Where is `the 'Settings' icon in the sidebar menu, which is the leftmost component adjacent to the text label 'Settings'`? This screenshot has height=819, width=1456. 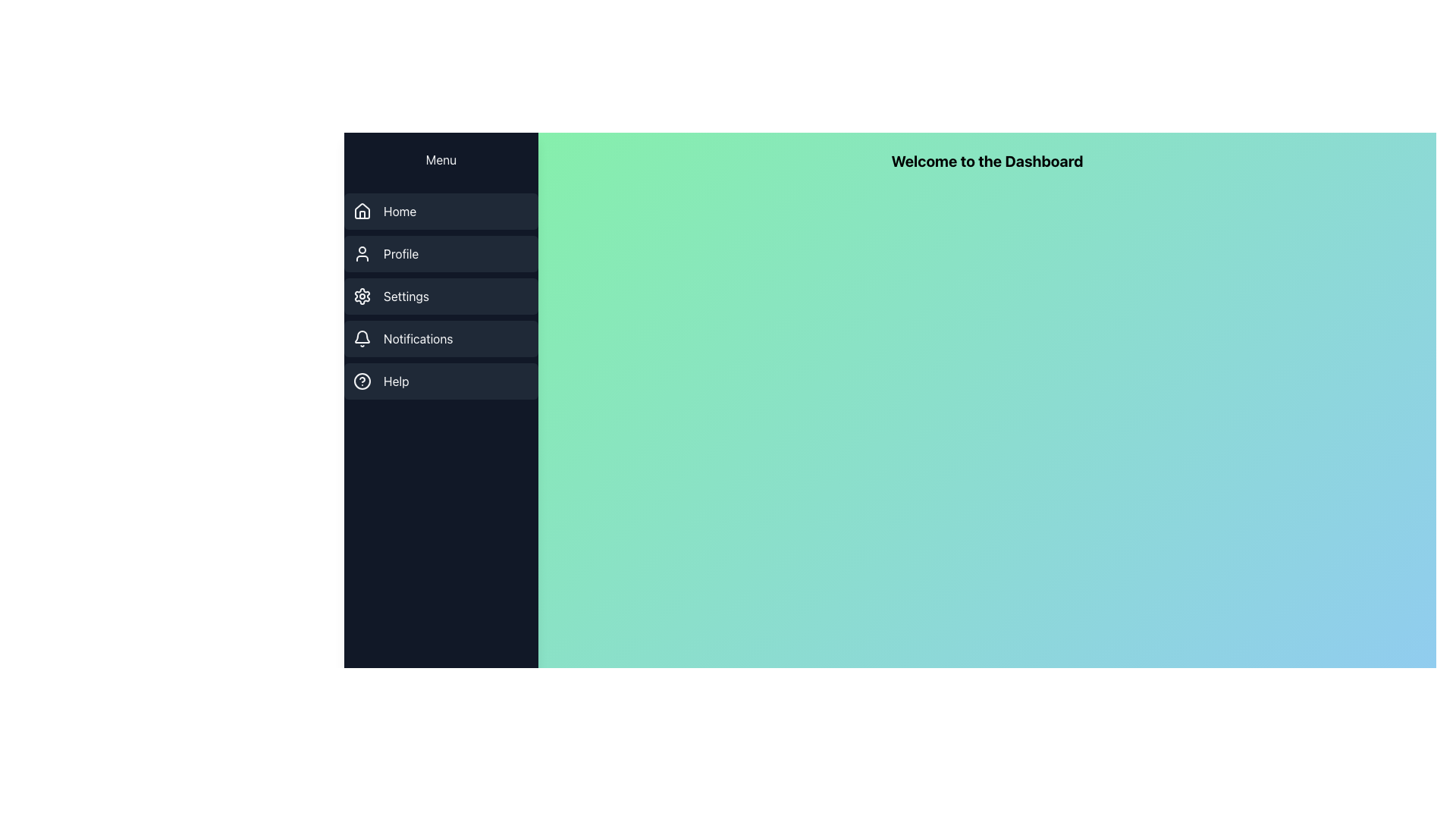
the 'Settings' icon in the sidebar menu, which is the leftmost component adjacent to the text label 'Settings' is located at coordinates (362, 296).